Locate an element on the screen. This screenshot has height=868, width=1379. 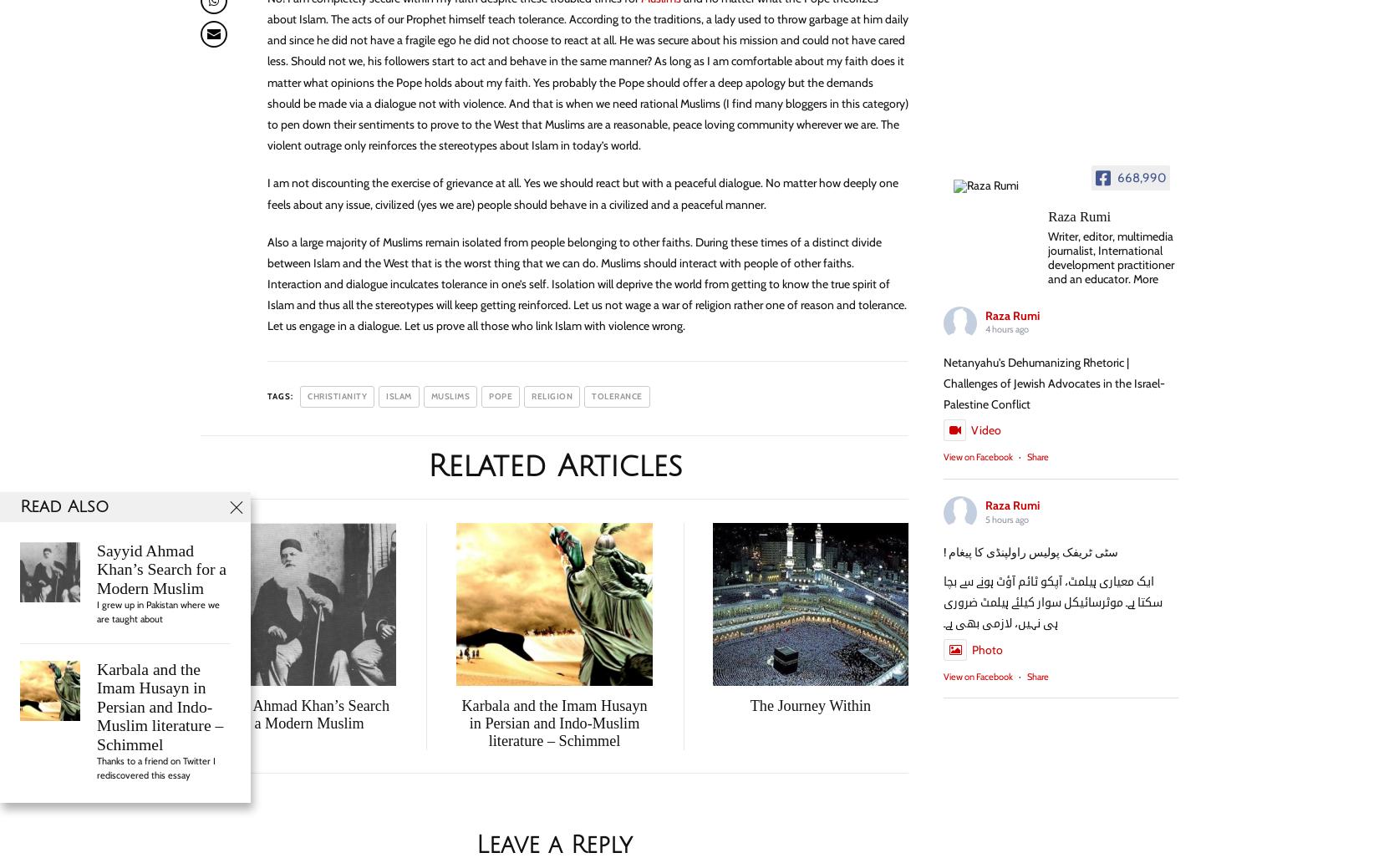
'668,990' is located at coordinates (1116, 176).